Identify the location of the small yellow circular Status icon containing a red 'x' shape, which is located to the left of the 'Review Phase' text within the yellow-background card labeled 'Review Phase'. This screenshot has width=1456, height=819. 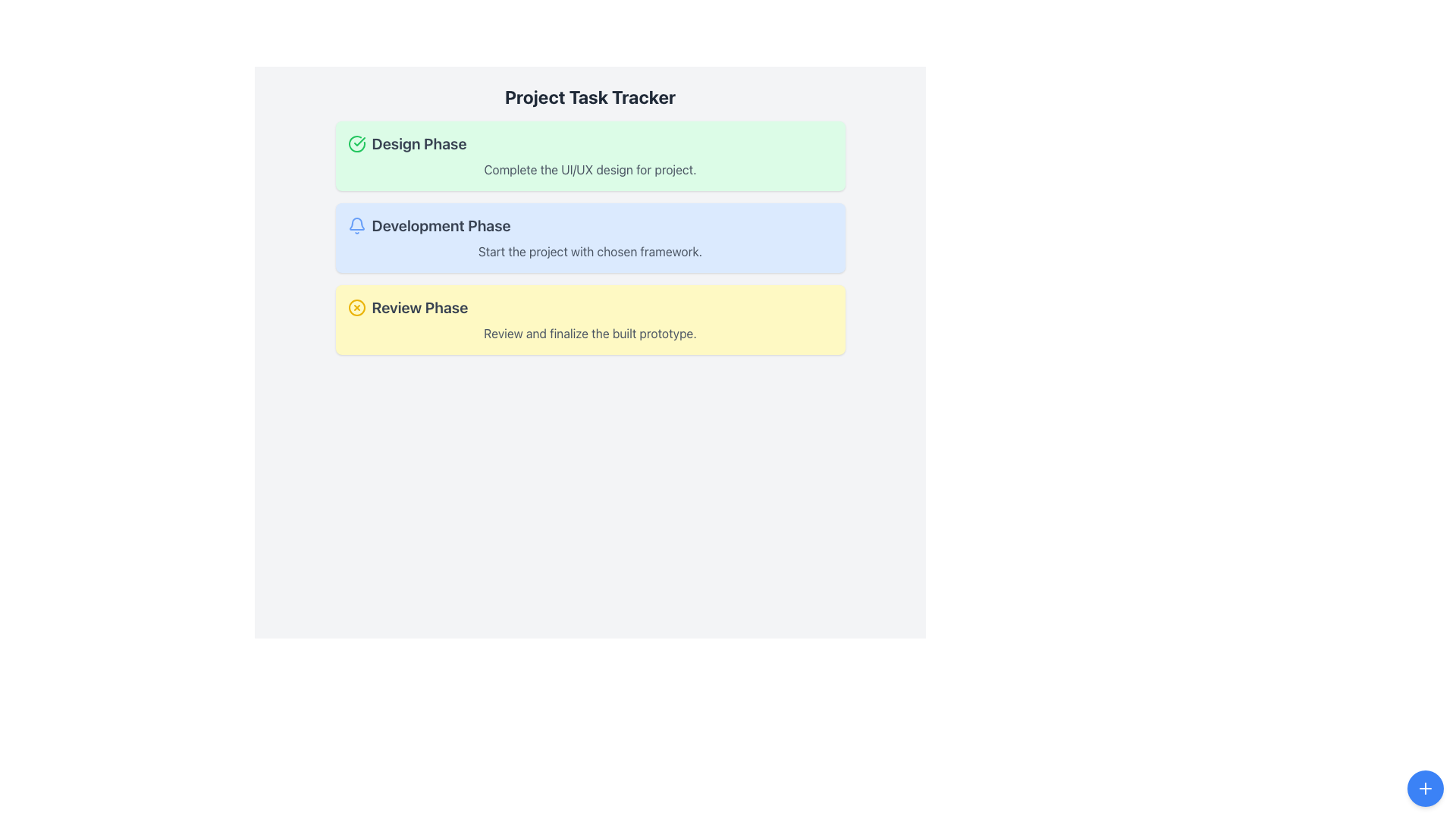
(356, 307).